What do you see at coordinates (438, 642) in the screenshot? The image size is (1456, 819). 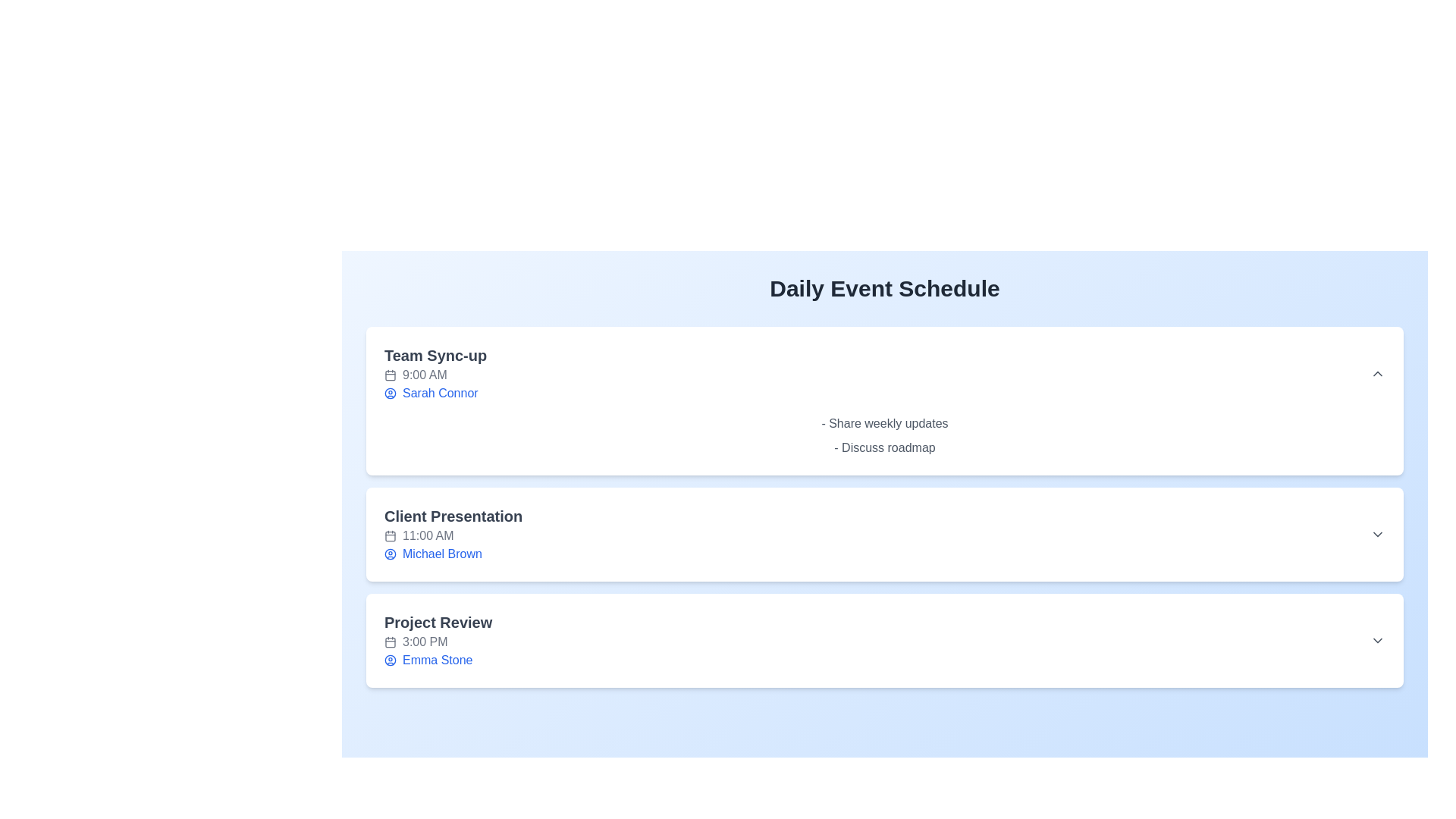 I see `time displayed in the Time element showing '3:00 PM' with a calendar icon, located under the 'Project Review' heading` at bounding box center [438, 642].